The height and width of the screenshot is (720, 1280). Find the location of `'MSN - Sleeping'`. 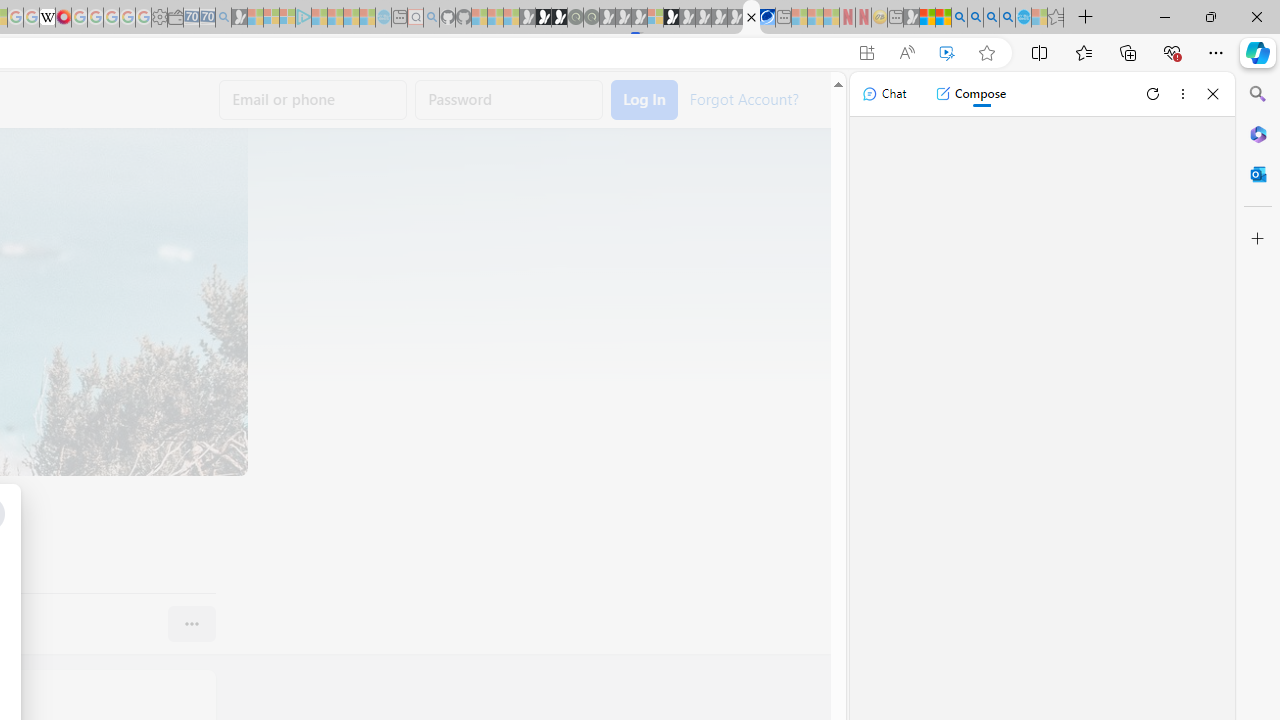

'MSN - Sleeping' is located at coordinates (910, 17).